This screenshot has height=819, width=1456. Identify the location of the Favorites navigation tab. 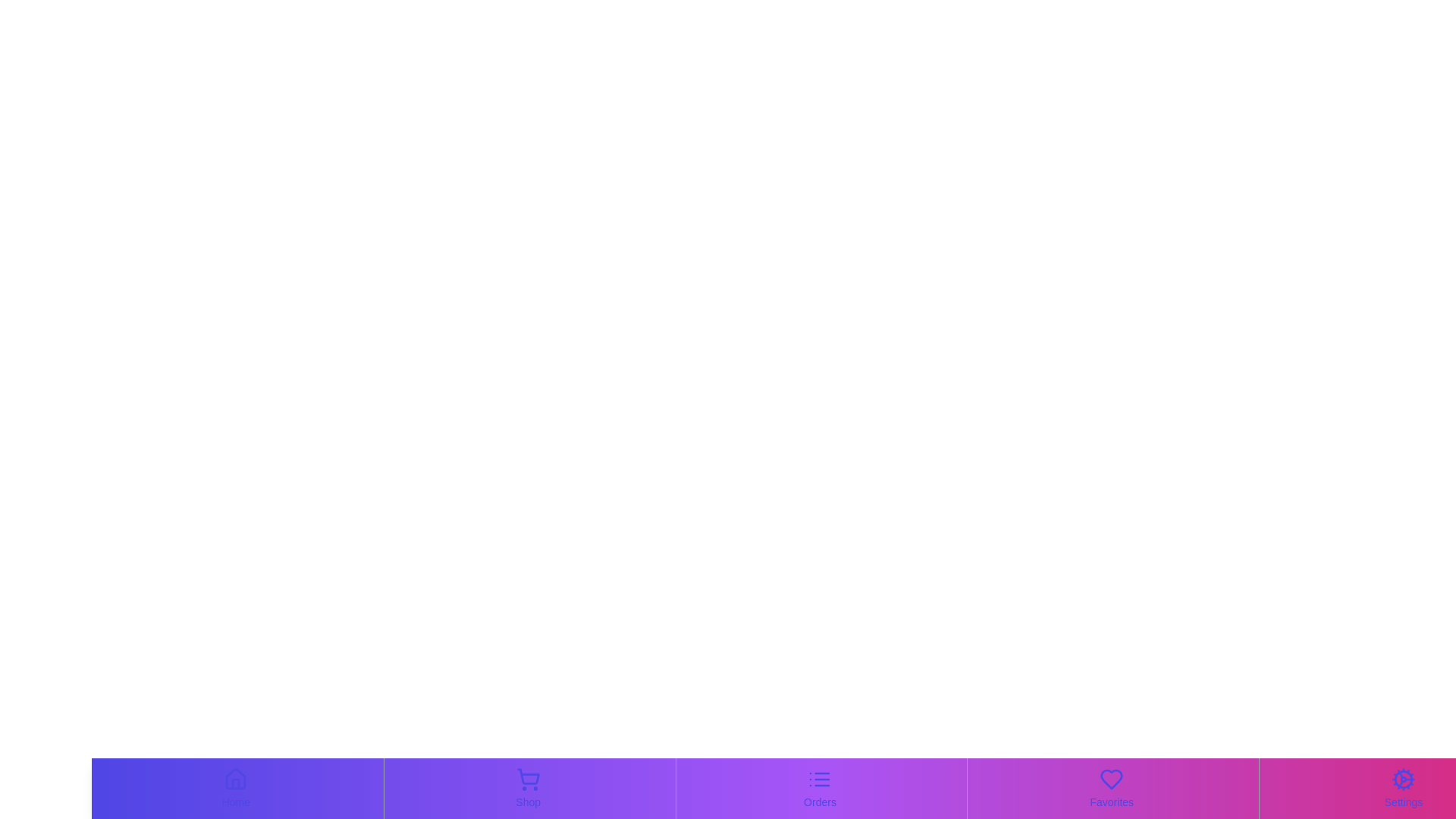
(1111, 788).